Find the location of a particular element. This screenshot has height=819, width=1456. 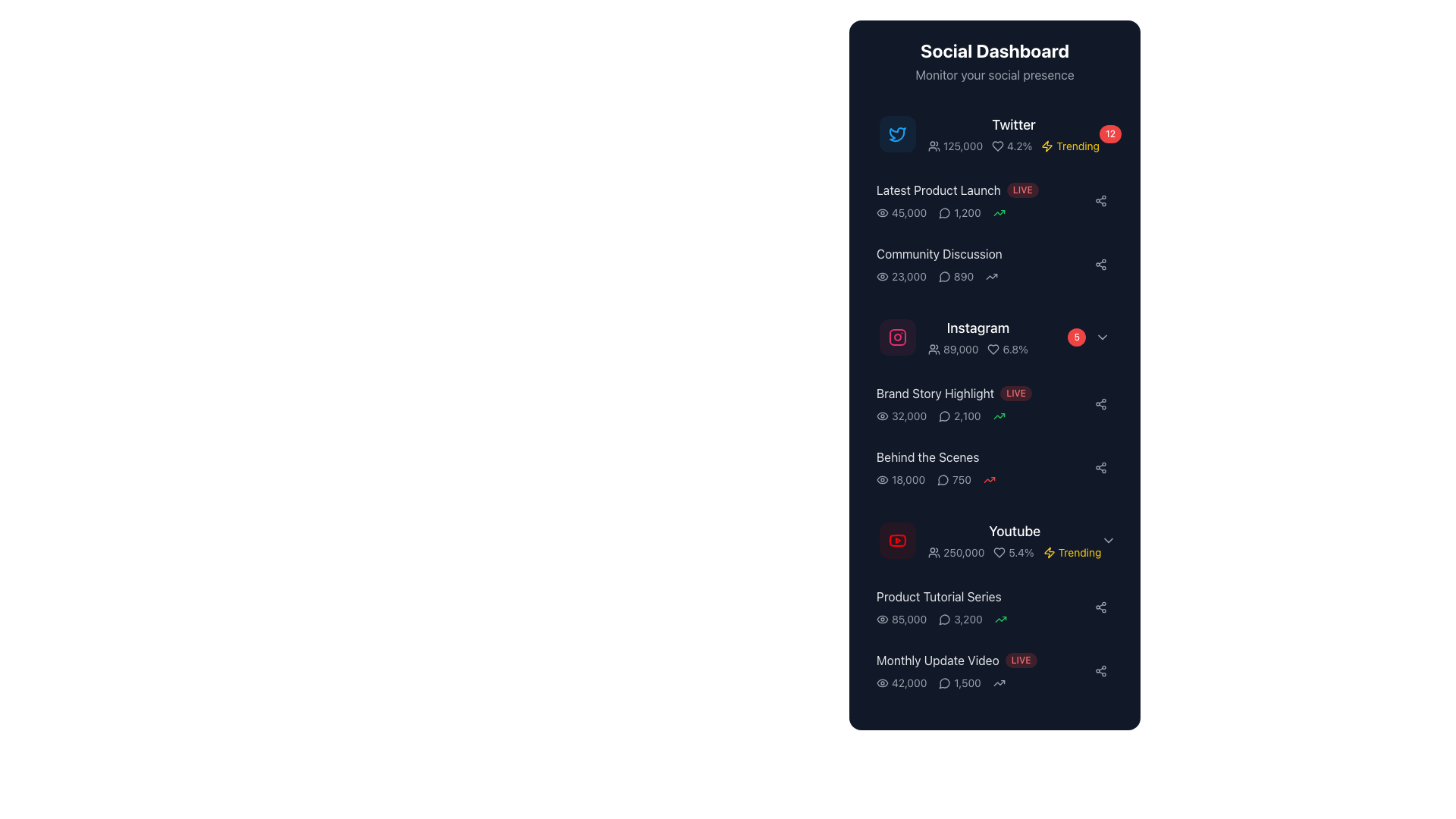

the icon representing a message or comment associated with the 'Community Discussion' entry, located in the activity summaries list is located at coordinates (943, 620).